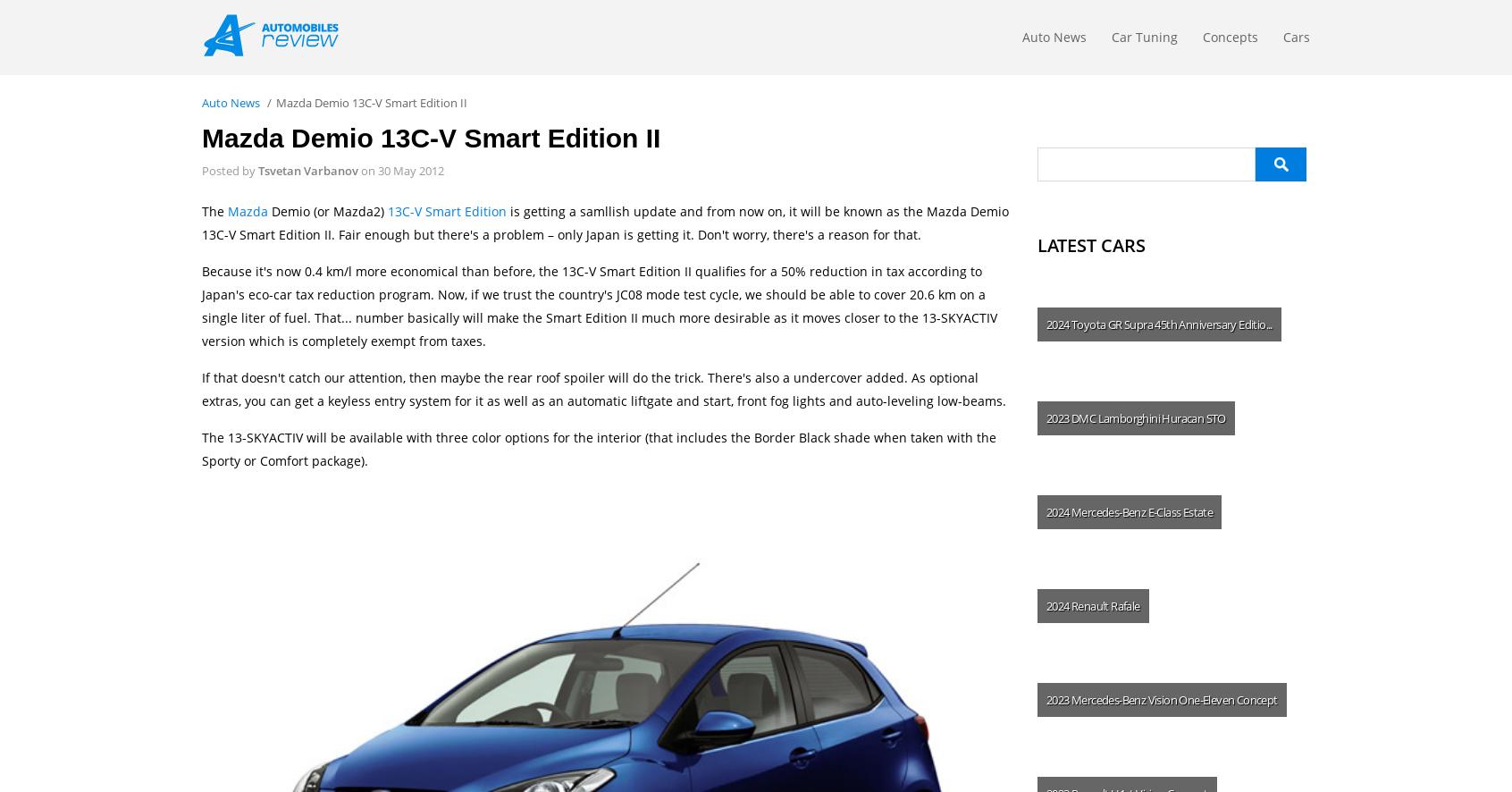  I want to click on 'DMC Lamborghini Huracan STO', so click(1147, 417).